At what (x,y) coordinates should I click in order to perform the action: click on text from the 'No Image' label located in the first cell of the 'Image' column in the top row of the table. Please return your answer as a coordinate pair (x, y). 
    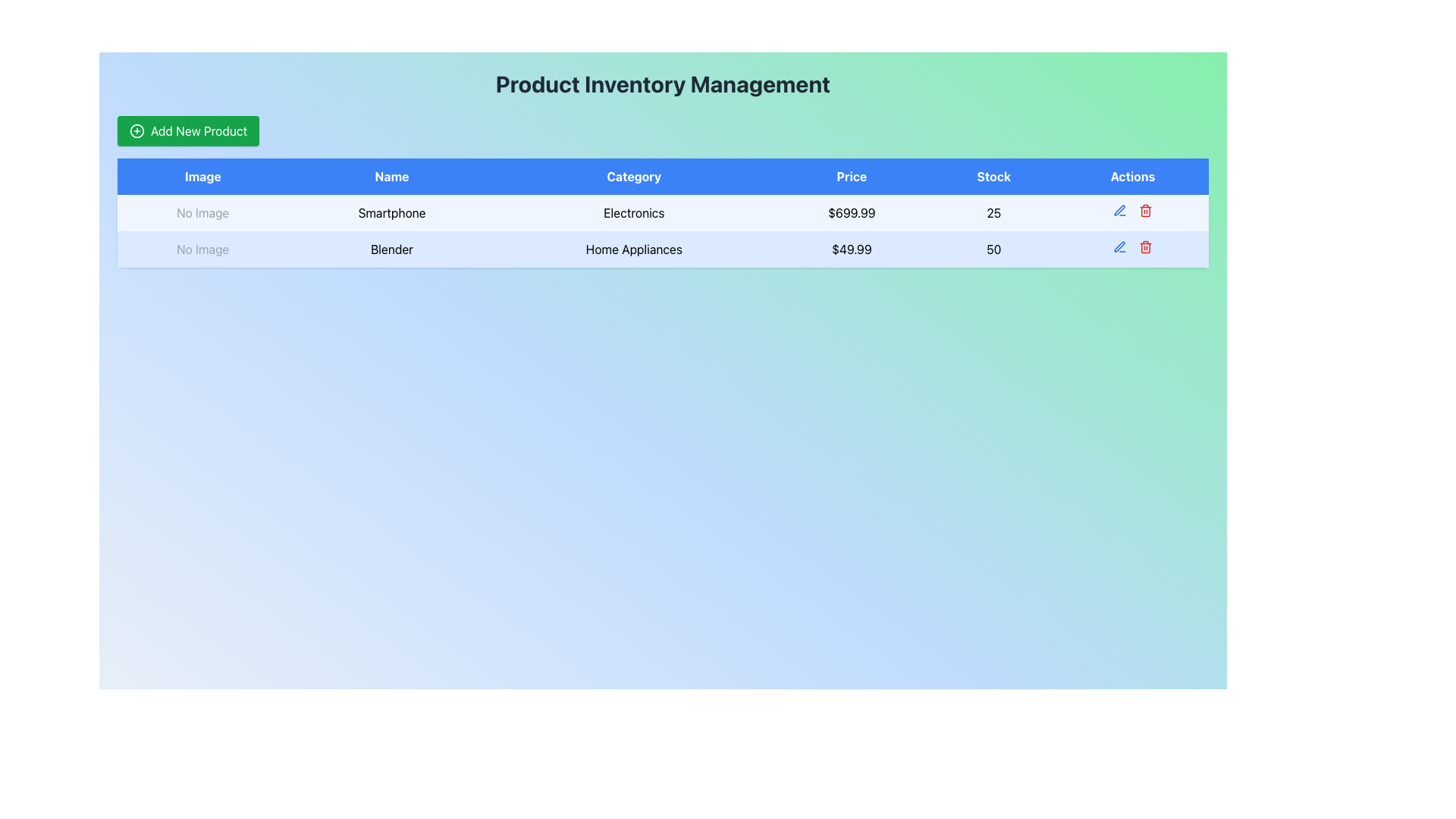
    Looking at the image, I should click on (202, 213).